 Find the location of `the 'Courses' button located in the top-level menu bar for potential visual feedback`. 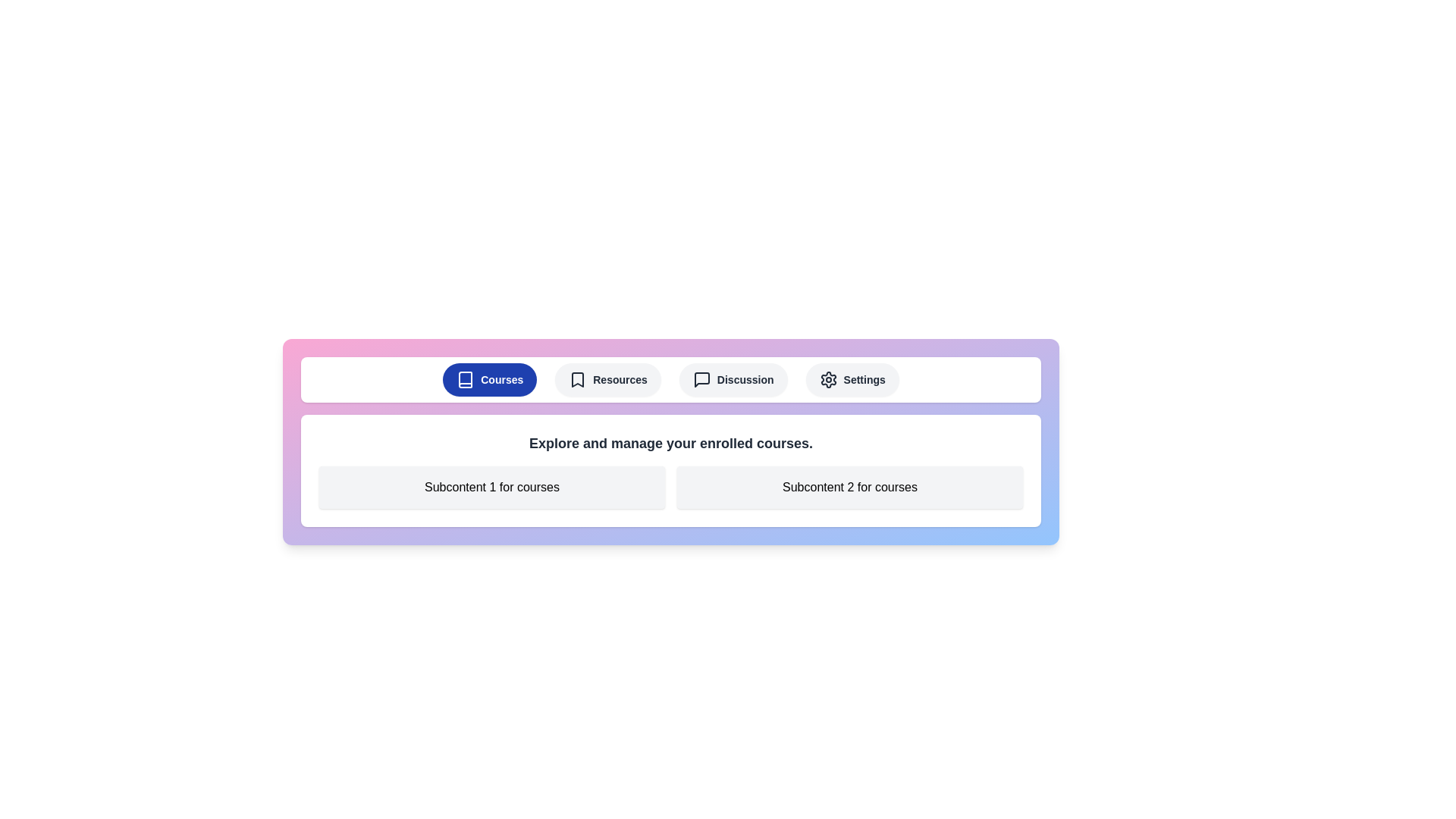

the 'Courses' button located in the top-level menu bar for potential visual feedback is located at coordinates (490, 379).